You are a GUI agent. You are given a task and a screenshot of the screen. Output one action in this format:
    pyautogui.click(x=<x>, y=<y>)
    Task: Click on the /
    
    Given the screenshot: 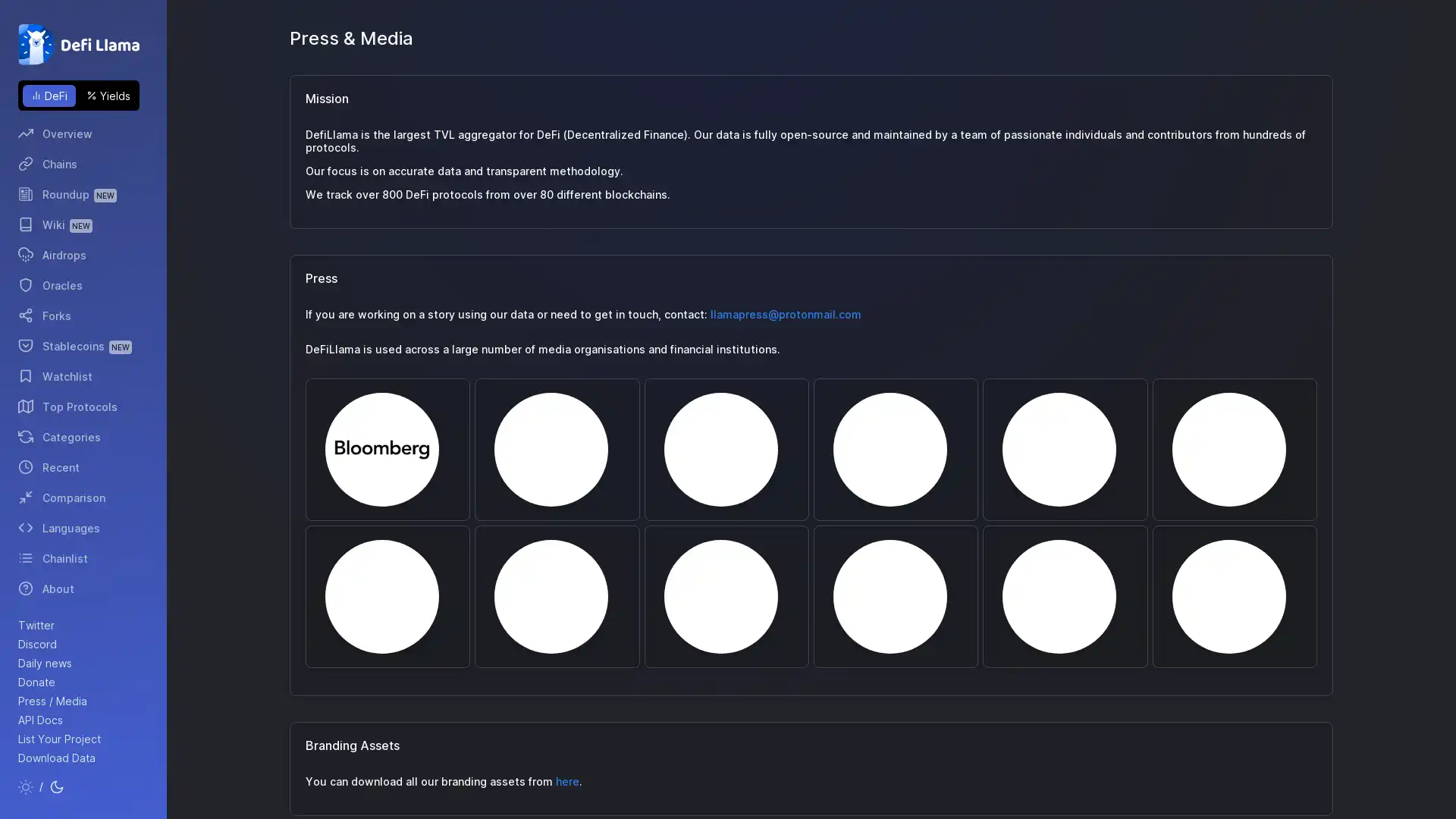 What is the action you would take?
    pyautogui.click(x=41, y=786)
    